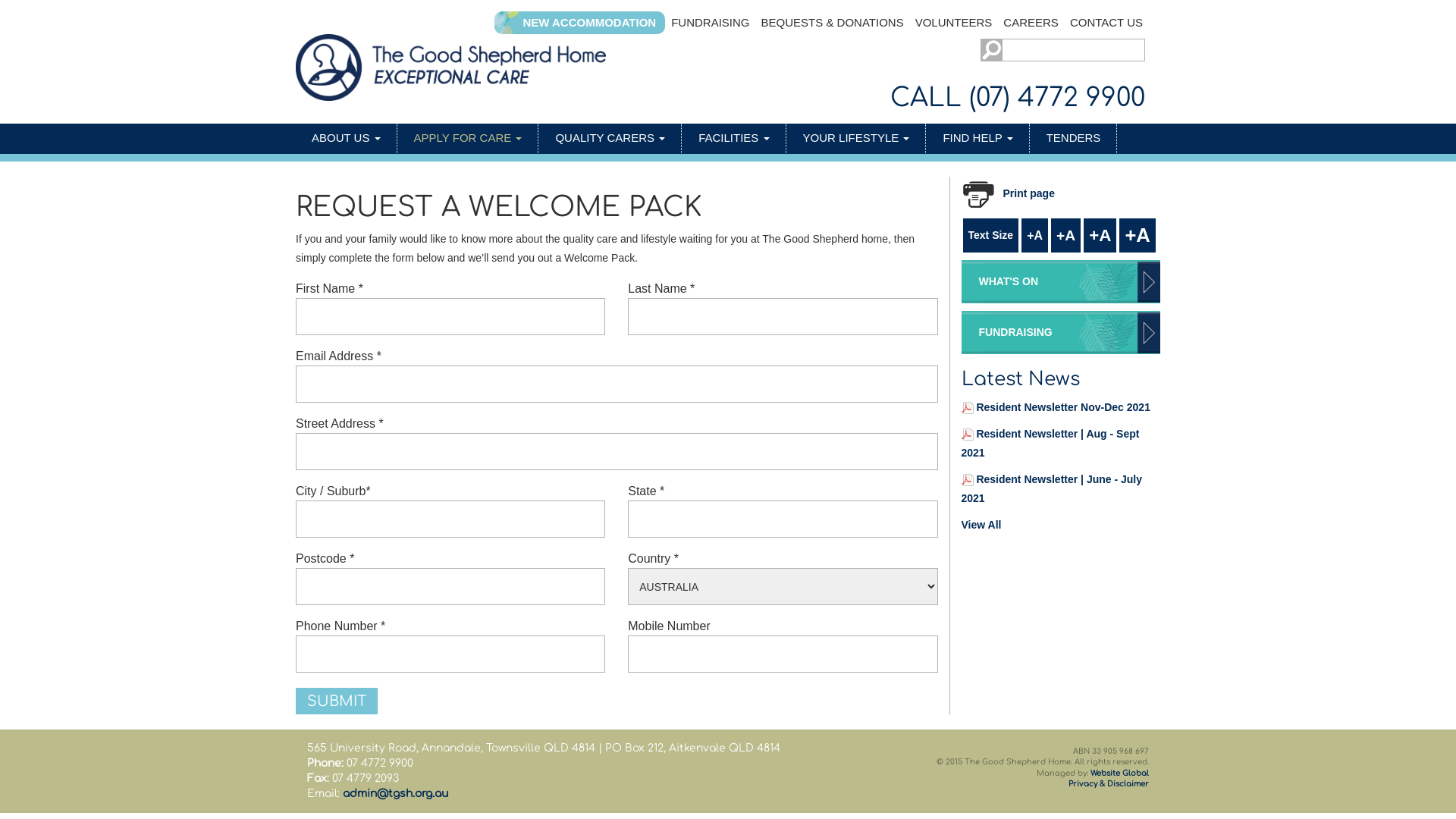 Image resolution: width=1456 pixels, height=819 pixels. I want to click on 'CAREERS', so click(1031, 23).